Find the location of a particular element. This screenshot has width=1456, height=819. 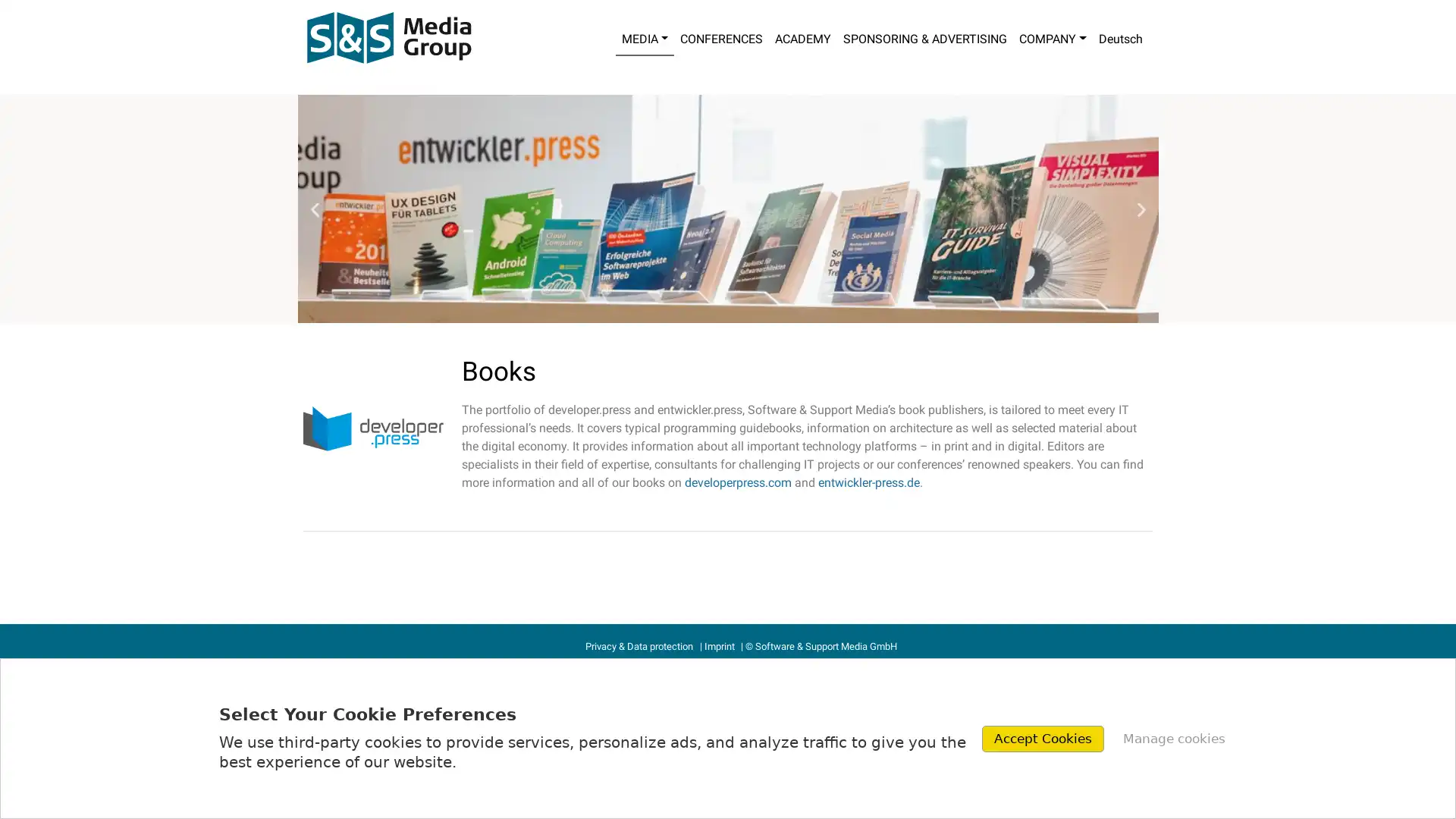

Previous slide is located at coordinates (313, 209).